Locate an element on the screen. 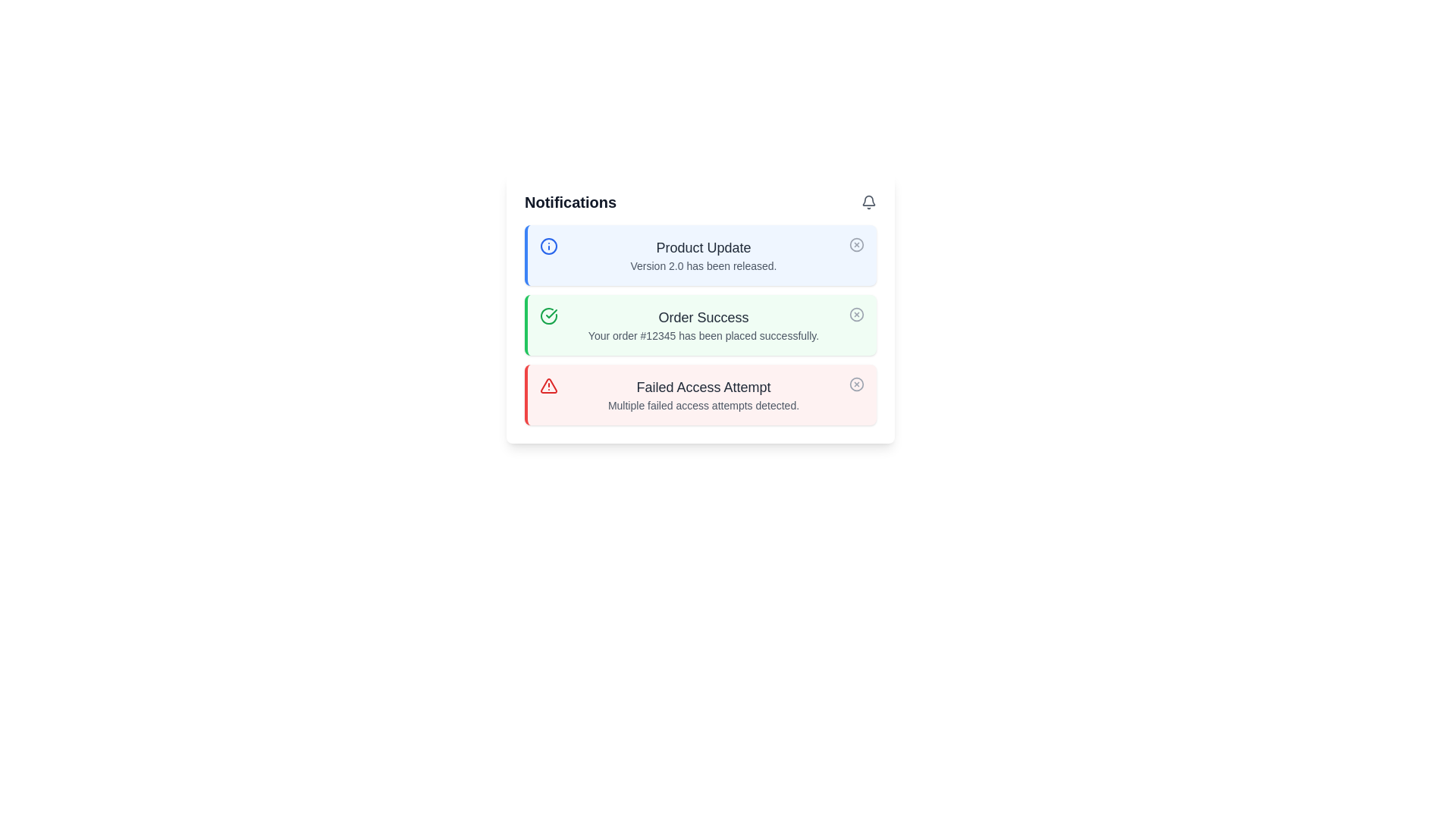 This screenshot has width=1456, height=819. the warning indicator icon located in the top-left corner of the 'Failed Access Attempt' notification card for additional information if enabled is located at coordinates (548, 385).